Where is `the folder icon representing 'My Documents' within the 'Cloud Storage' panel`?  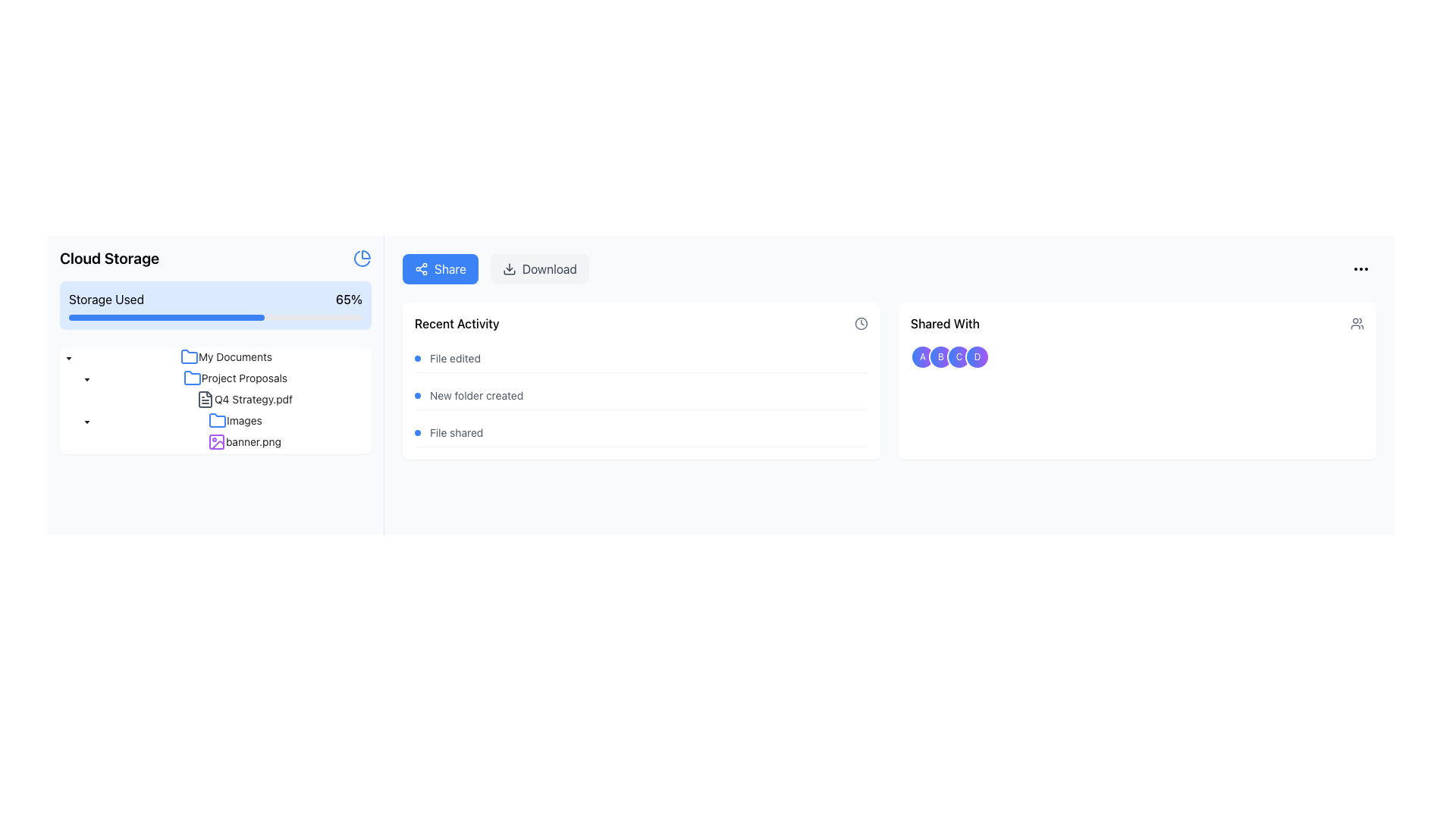
the folder icon representing 'My Documents' within the 'Cloud Storage' panel is located at coordinates (188, 356).